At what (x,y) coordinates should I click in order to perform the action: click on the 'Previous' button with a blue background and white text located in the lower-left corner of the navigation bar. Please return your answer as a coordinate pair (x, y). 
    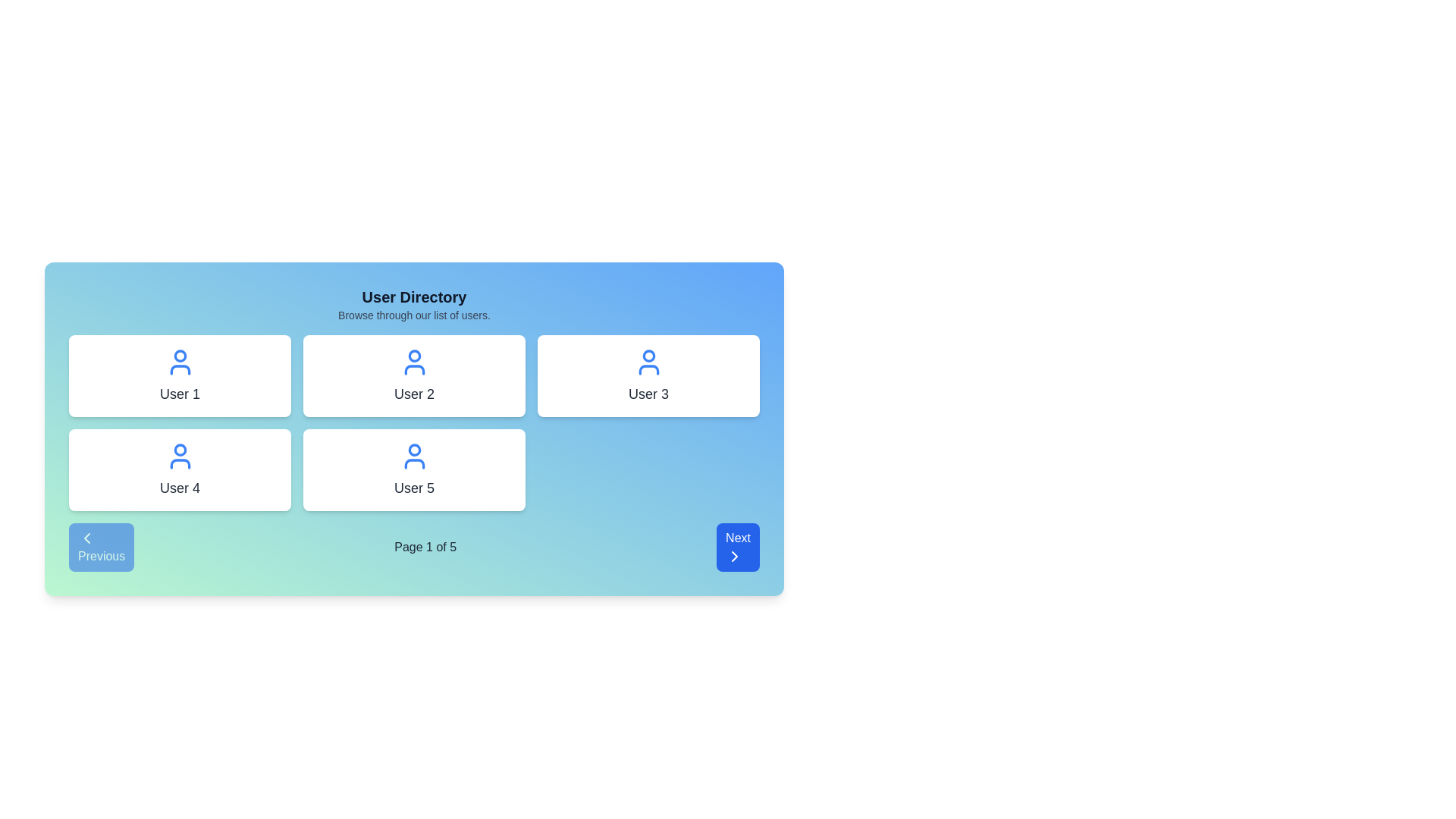
    Looking at the image, I should click on (101, 547).